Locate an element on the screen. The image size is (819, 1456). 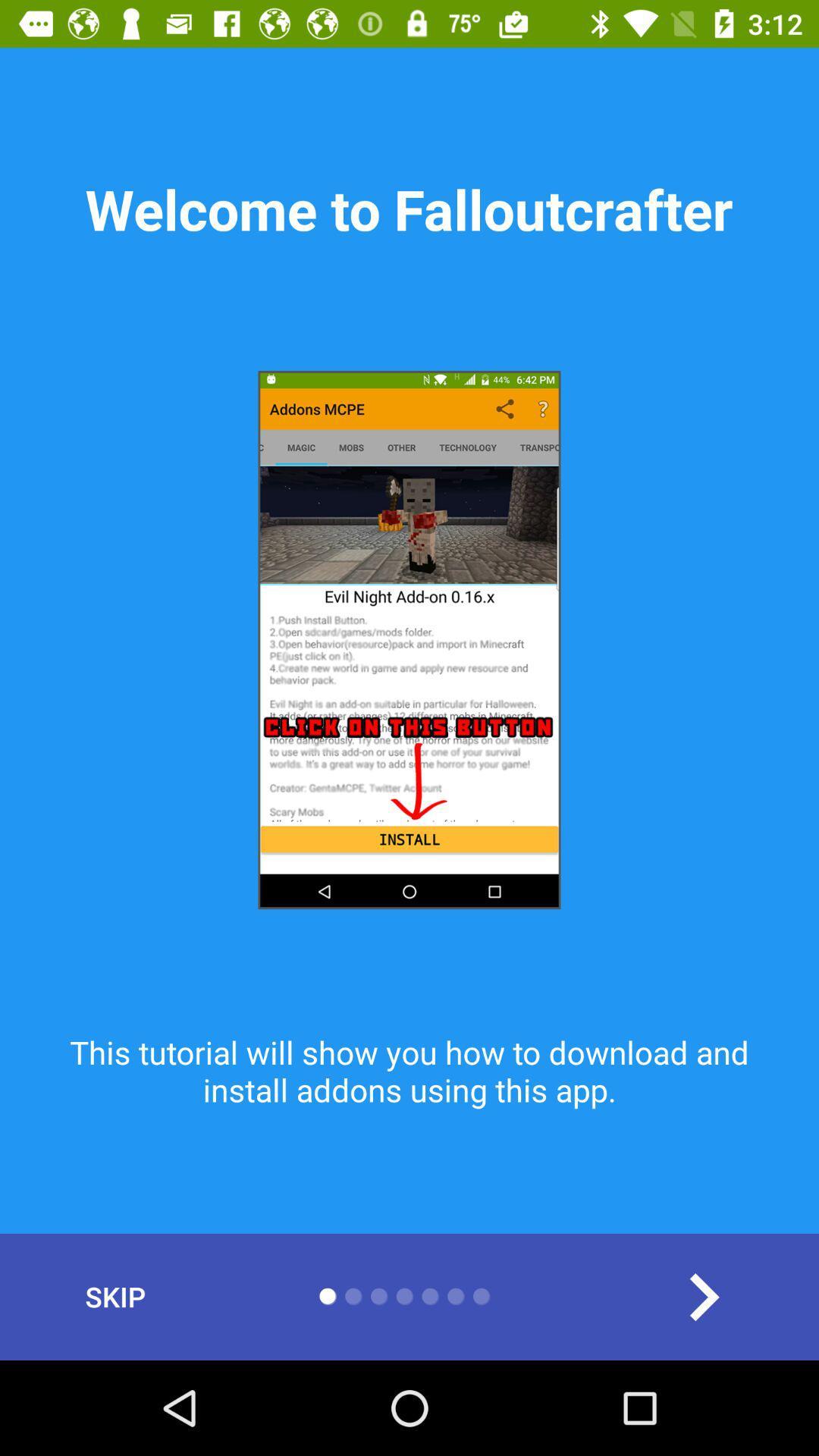
the skip is located at coordinates (115, 1296).